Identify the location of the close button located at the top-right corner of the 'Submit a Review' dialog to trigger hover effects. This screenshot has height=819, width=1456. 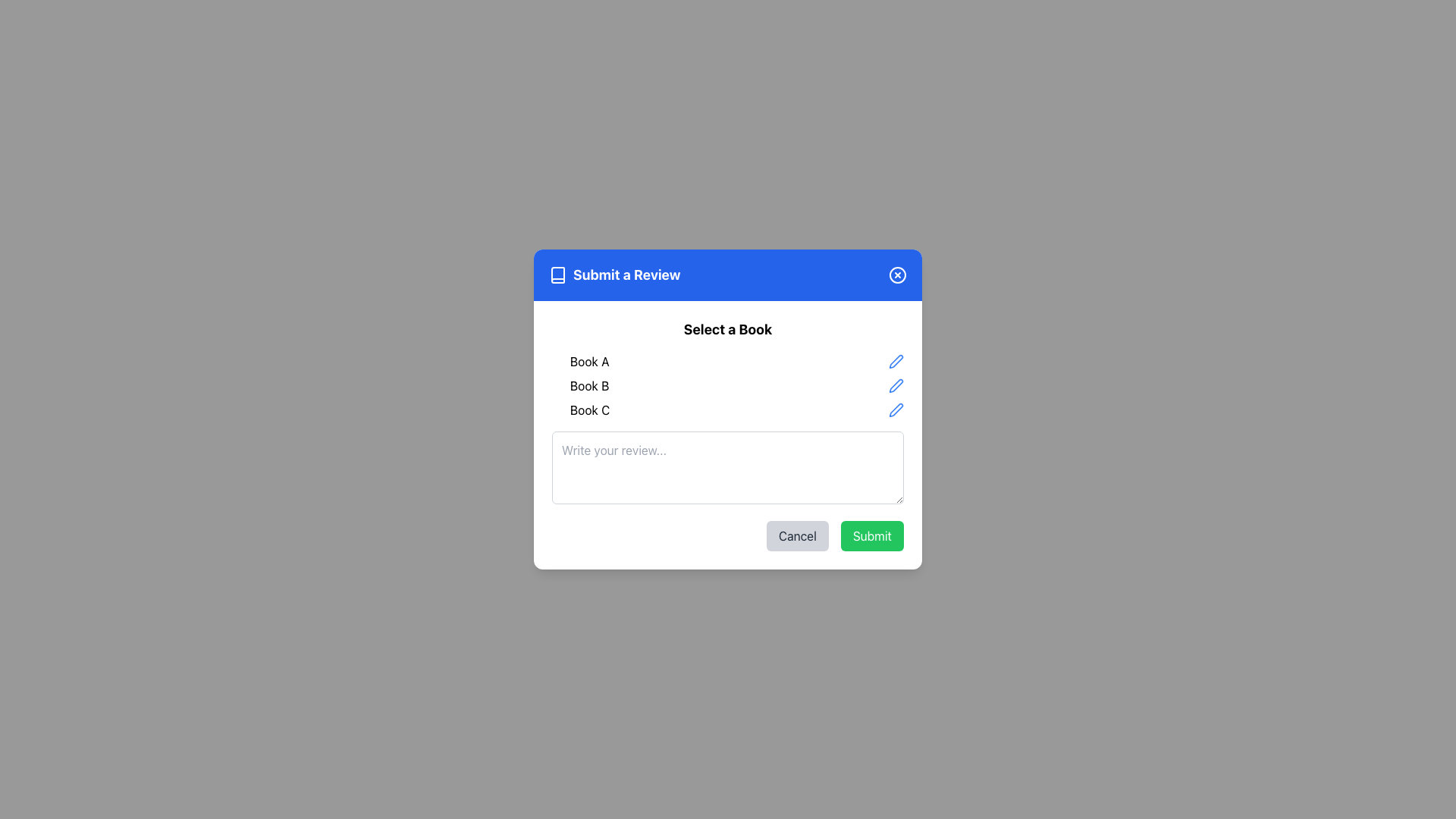
(898, 275).